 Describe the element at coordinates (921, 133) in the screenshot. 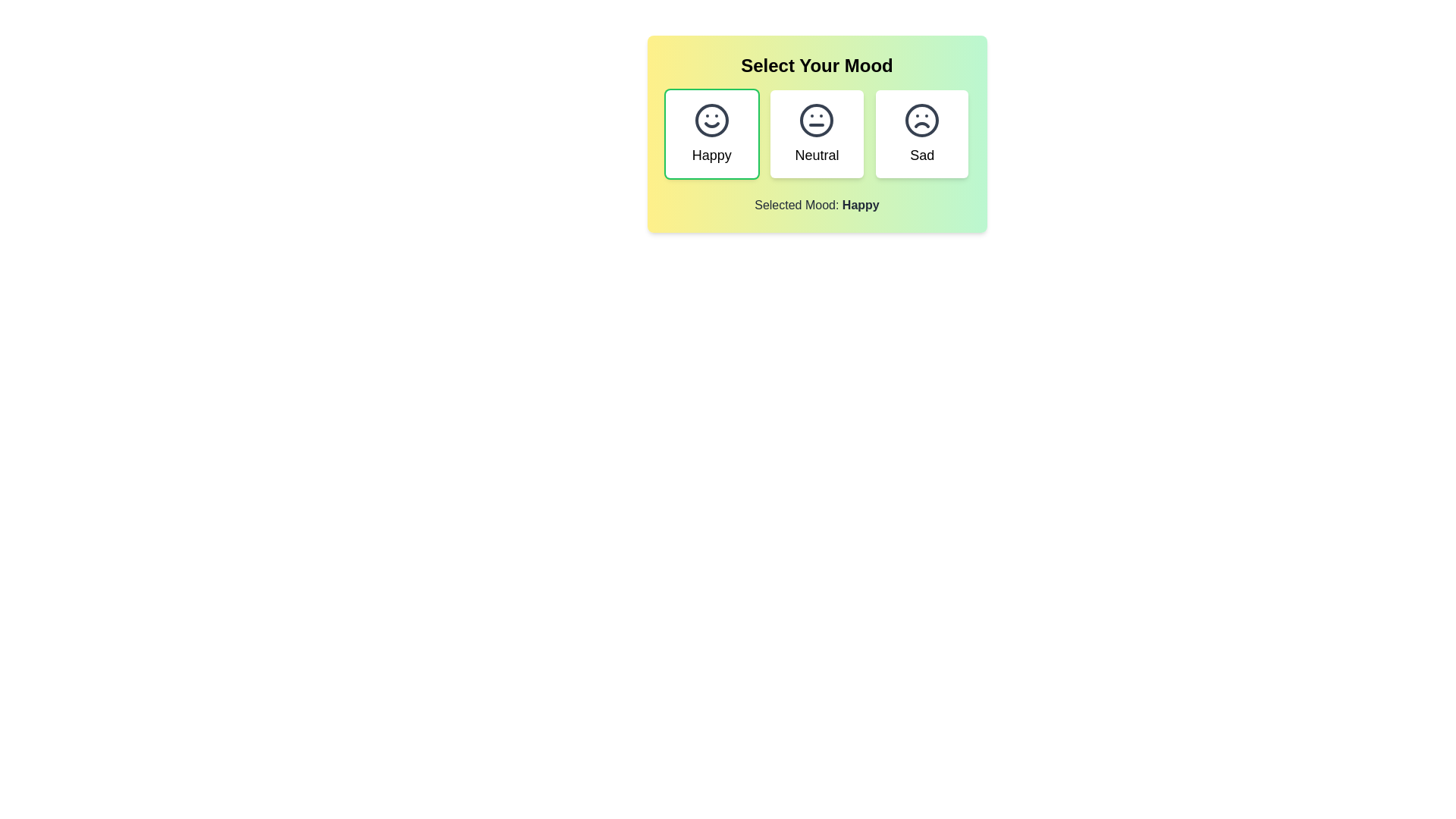

I see `the 'Sad' mood choice card button to observe the scaling animation in the mood selection interface` at that location.